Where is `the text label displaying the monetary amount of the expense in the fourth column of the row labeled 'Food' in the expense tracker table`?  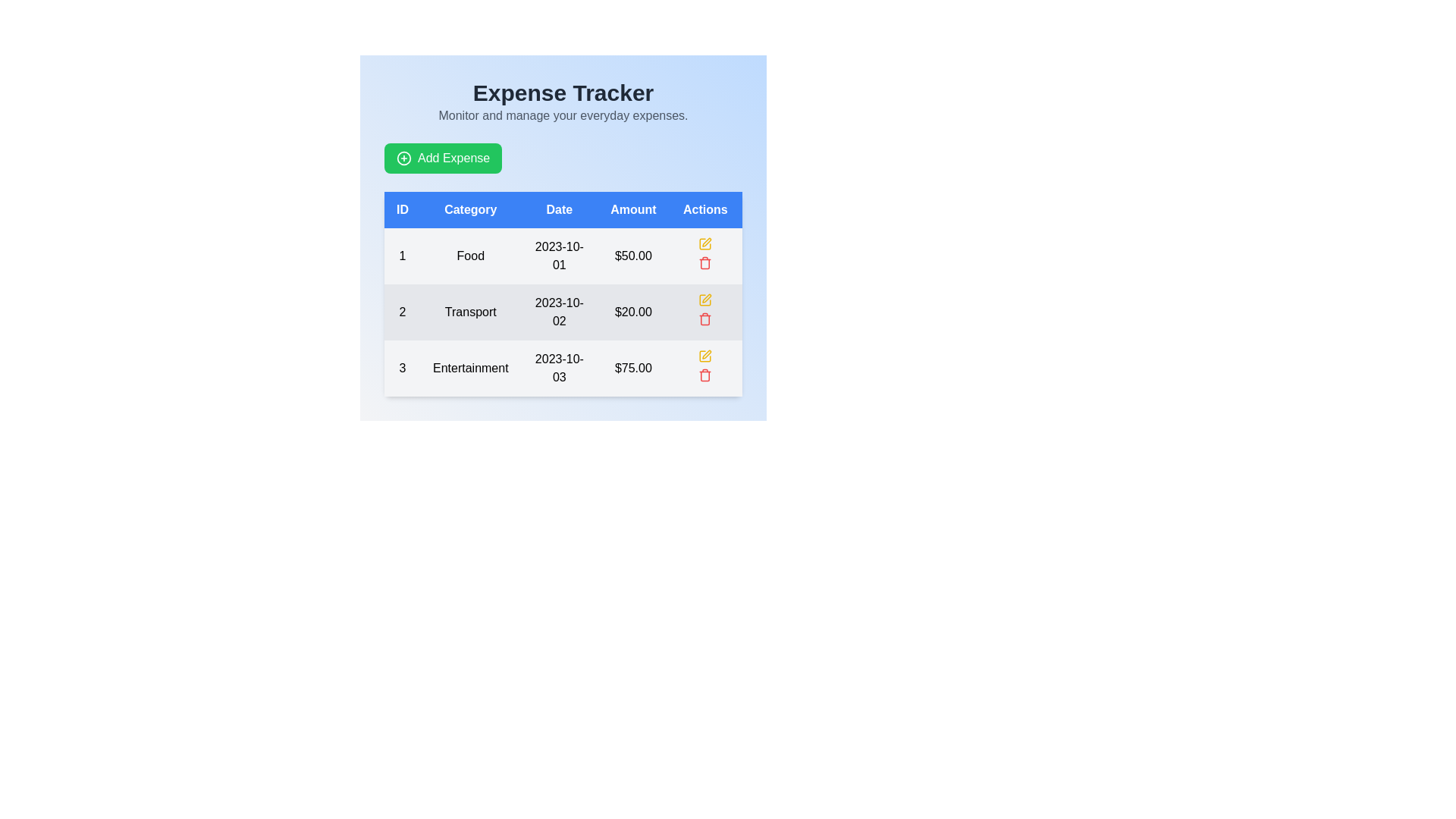
the text label displaying the monetary amount of the expense in the fourth column of the row labeled 'Food' in the expense tracker table is located at coordinates (633, 256).